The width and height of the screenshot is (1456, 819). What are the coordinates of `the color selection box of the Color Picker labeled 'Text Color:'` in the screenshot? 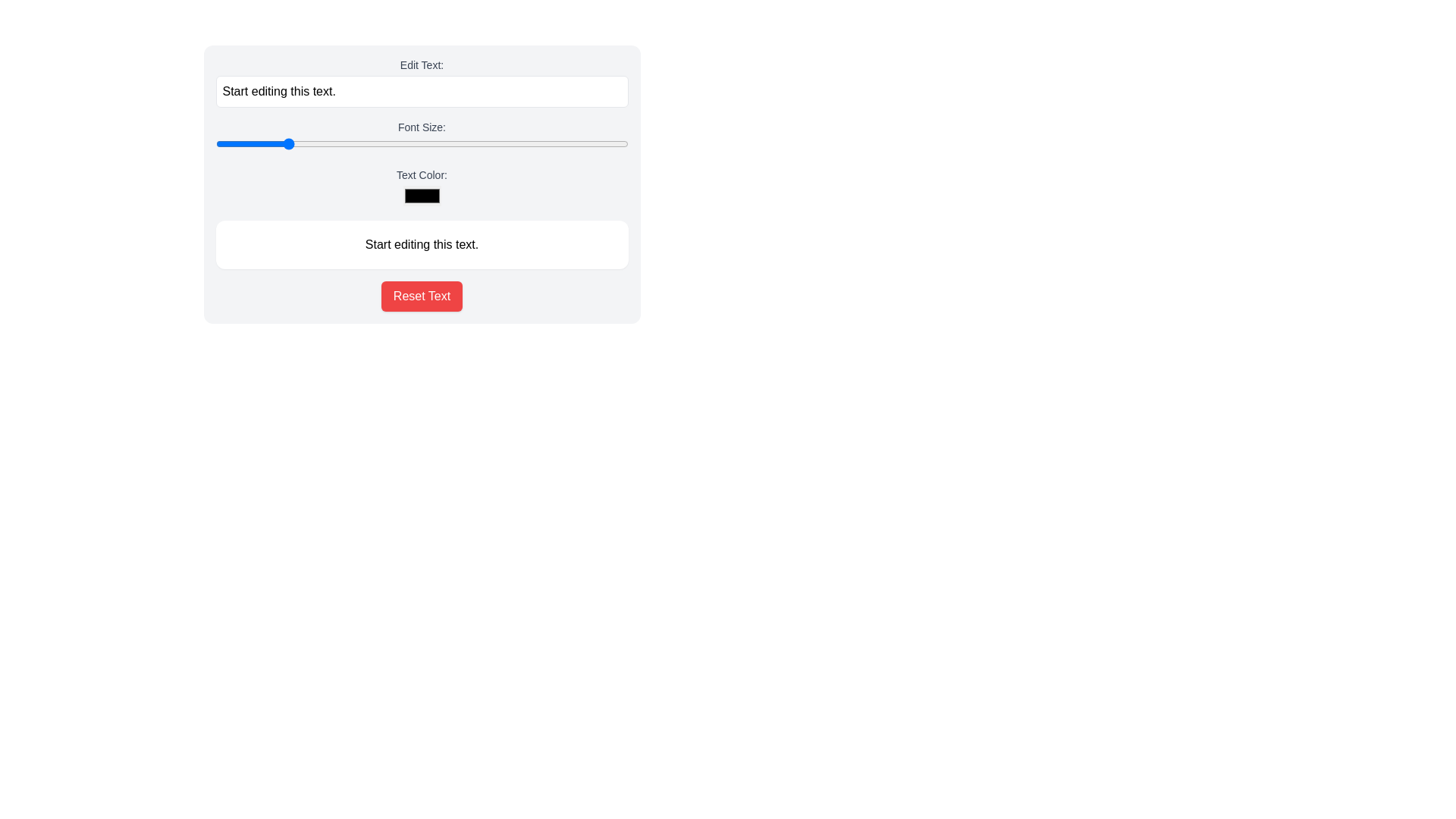 It's located at (422, 187).